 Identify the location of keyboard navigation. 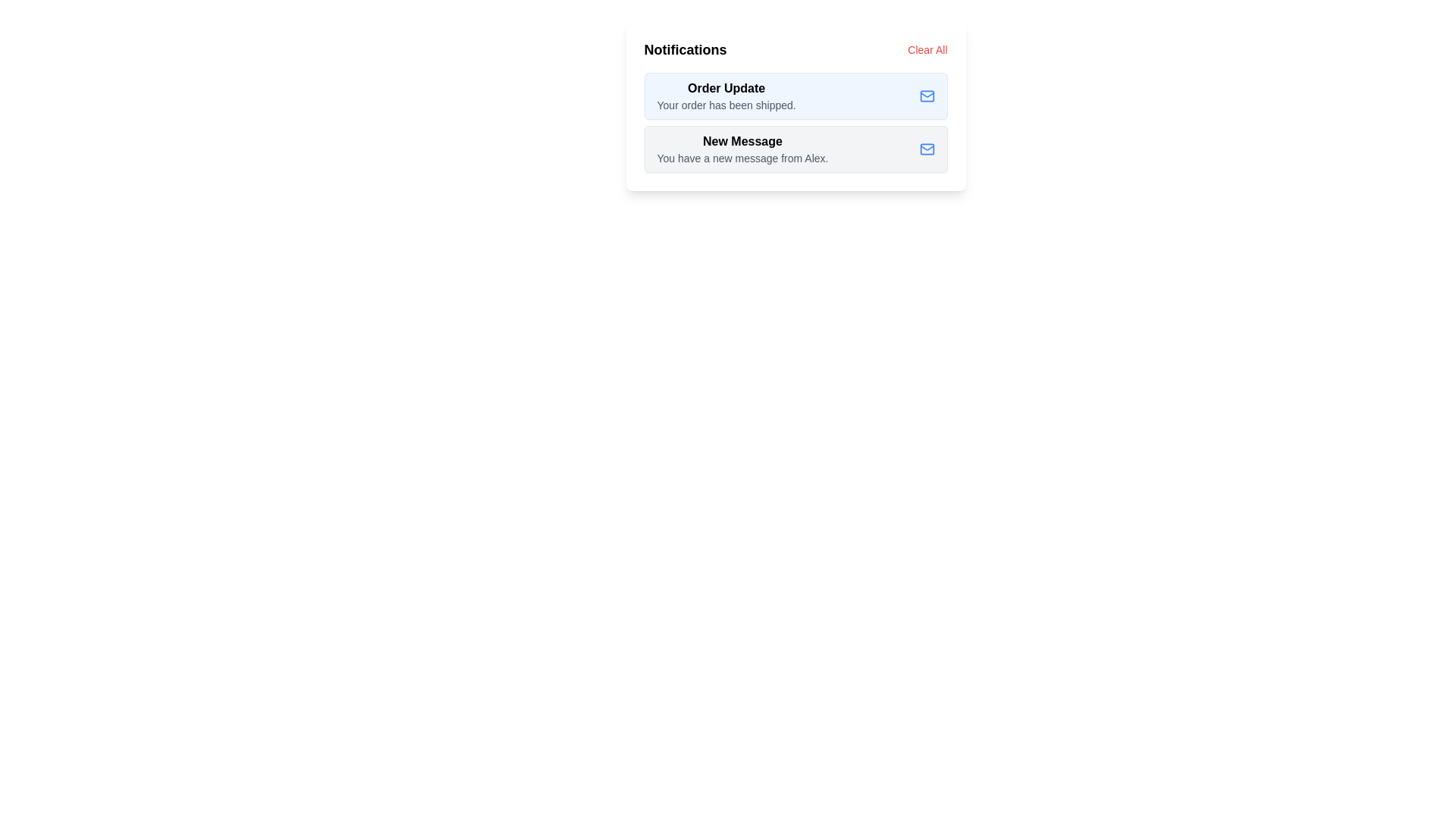
(927, 49).